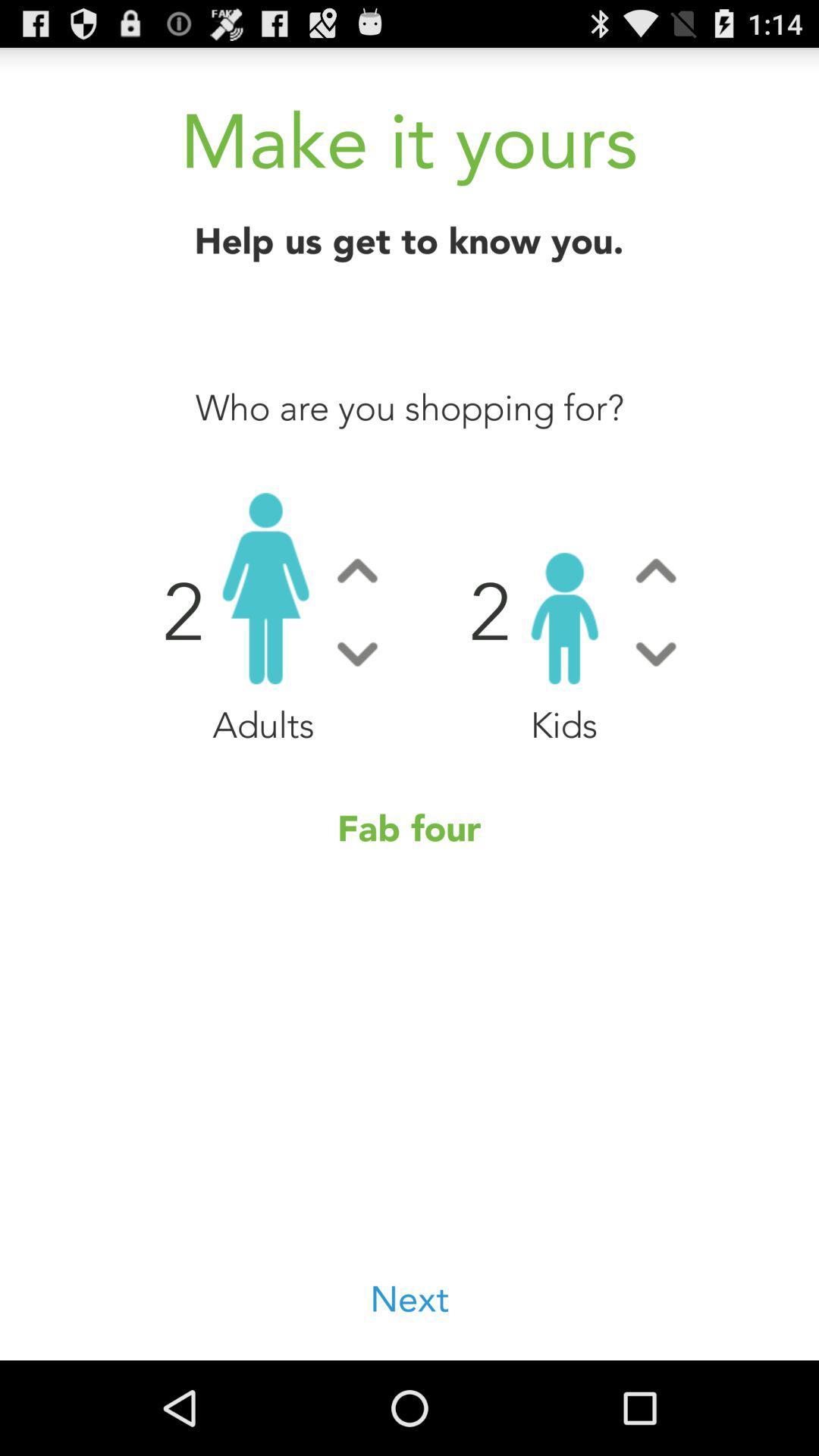  Describe the element at coordinates (655, 654) in the screenshot. I see `decrease number of kids` at that location.